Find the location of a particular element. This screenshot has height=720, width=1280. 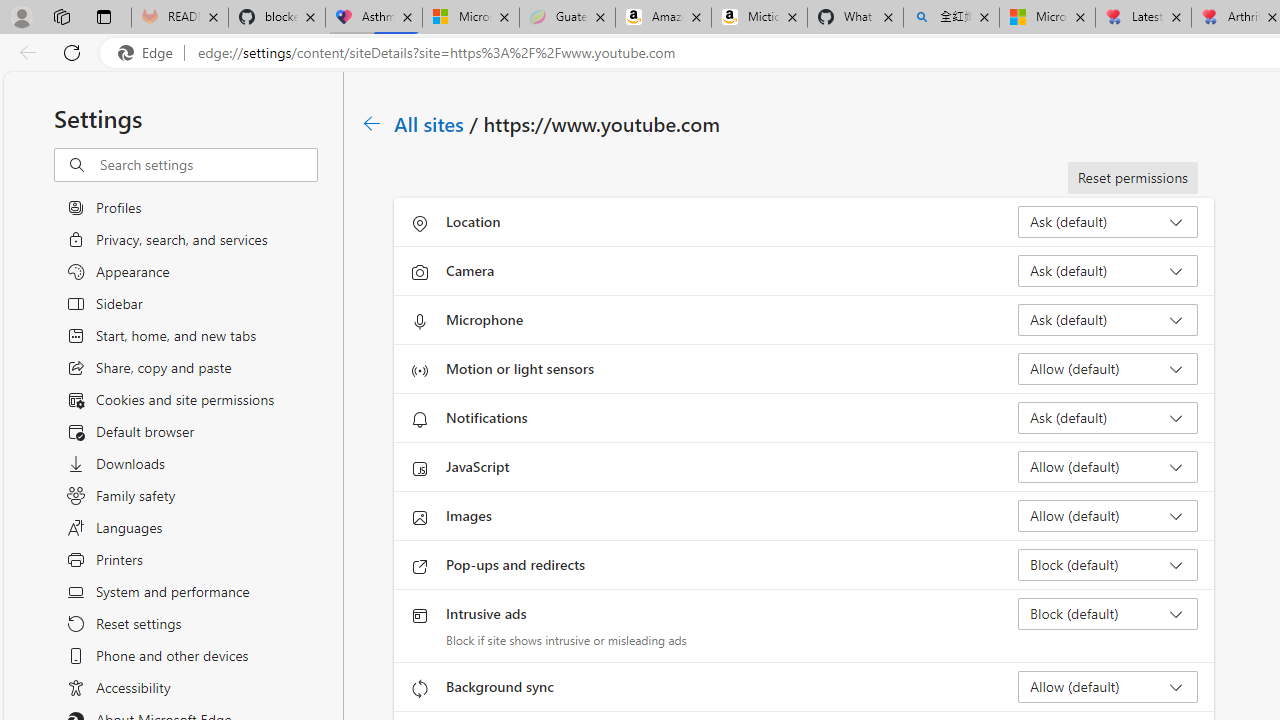

'Background sync Allow (default)' is located at coordinates (1106, 685).